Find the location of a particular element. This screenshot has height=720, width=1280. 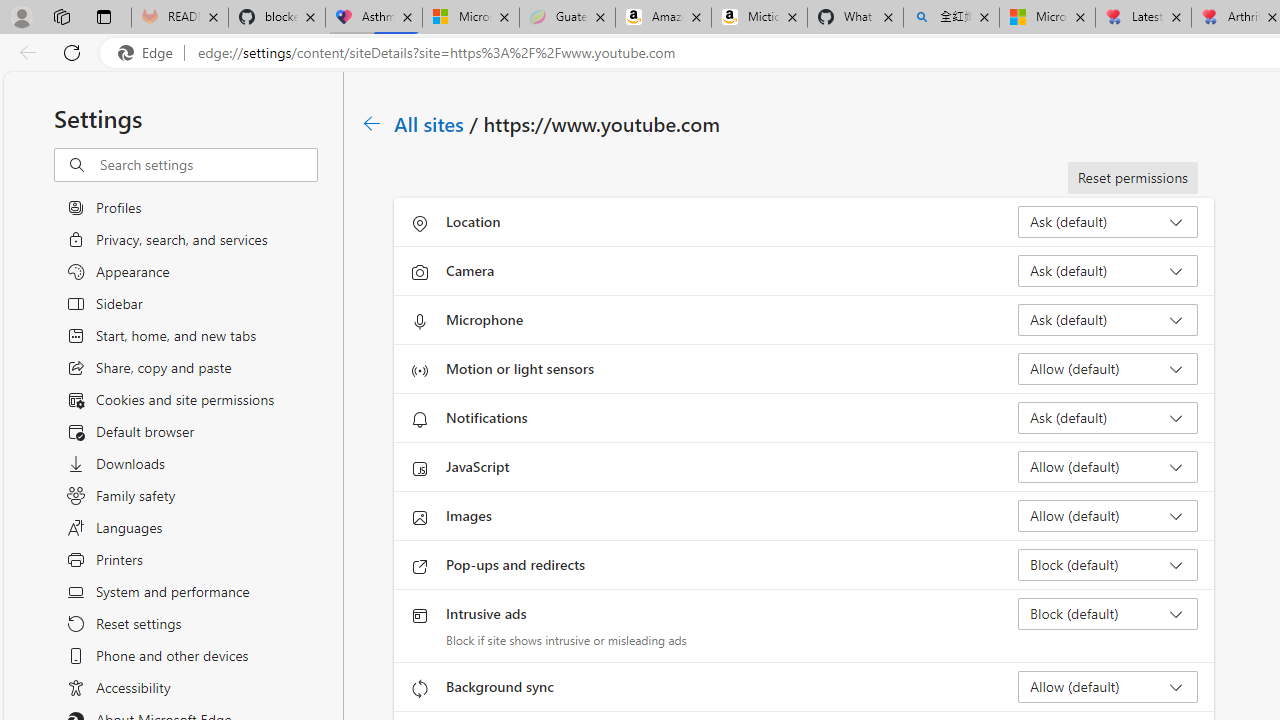

'Background sync Allow (default)' is located at coordinates (1106, 685).